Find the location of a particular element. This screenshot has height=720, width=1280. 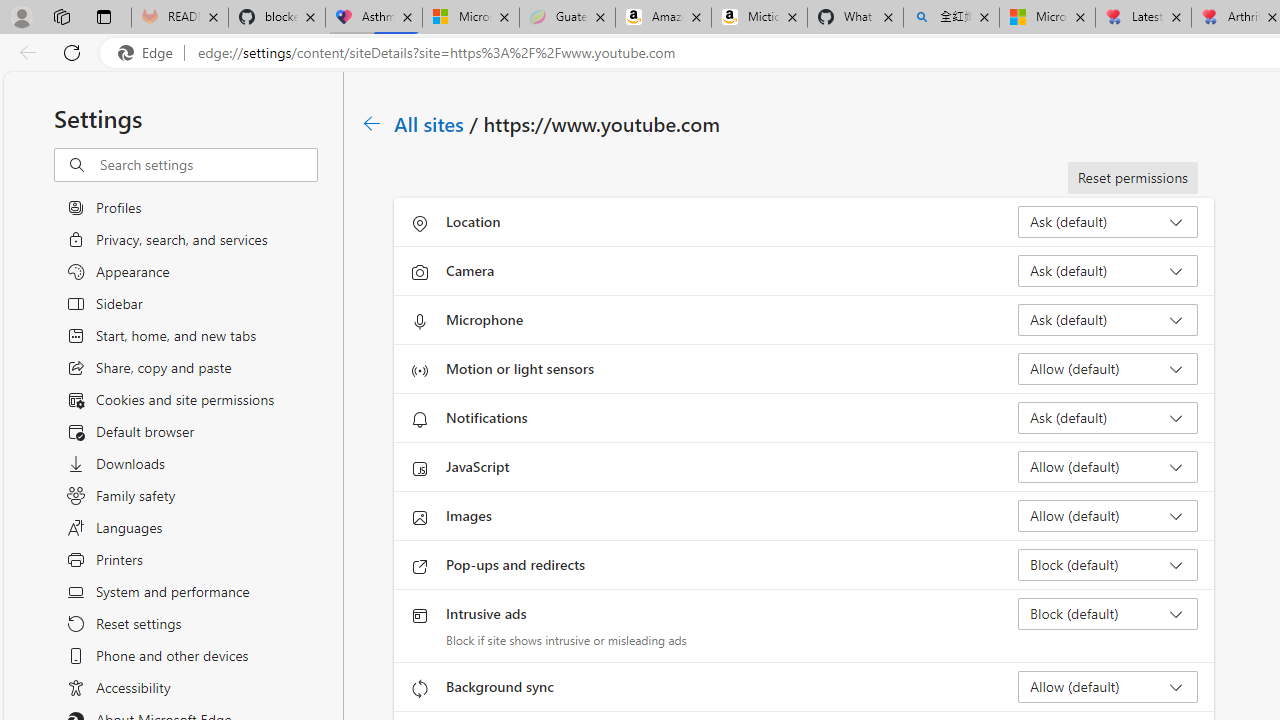

'Background sync Allow (default)' is located at coordinates (1106, 685).